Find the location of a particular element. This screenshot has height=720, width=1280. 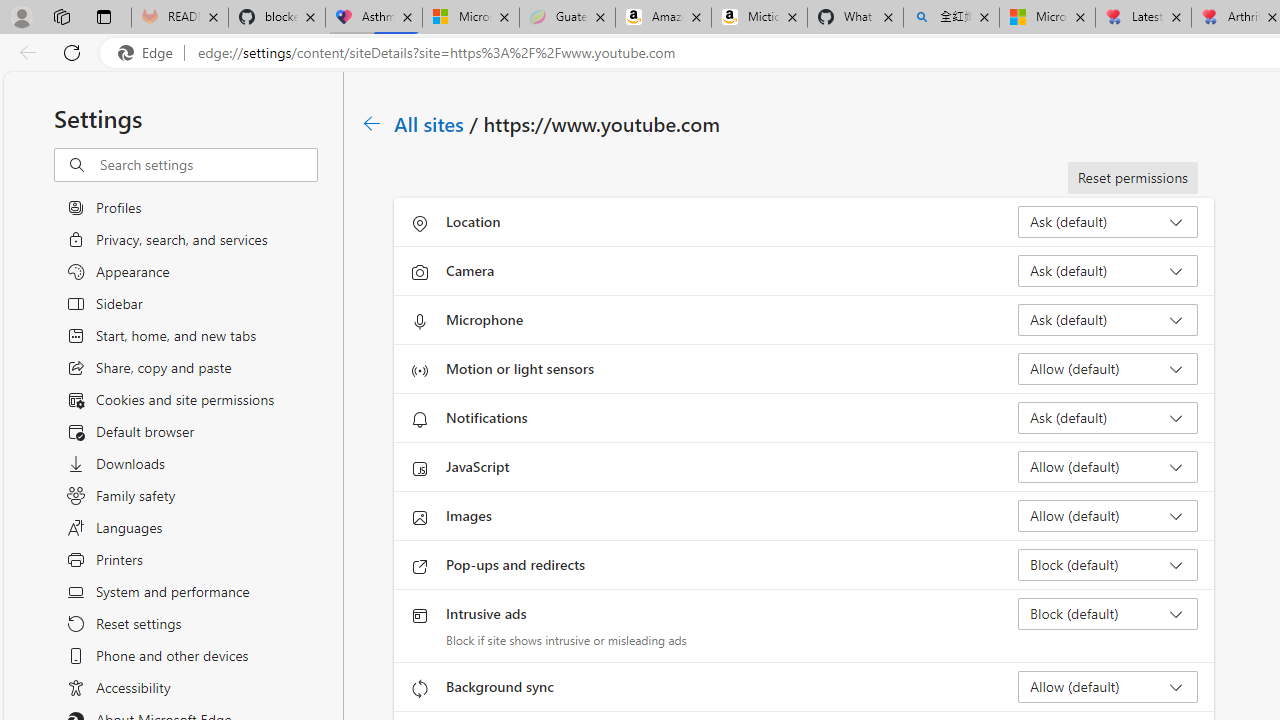

'Background sync Allow (default)' is located at coordinates (1106, 685).